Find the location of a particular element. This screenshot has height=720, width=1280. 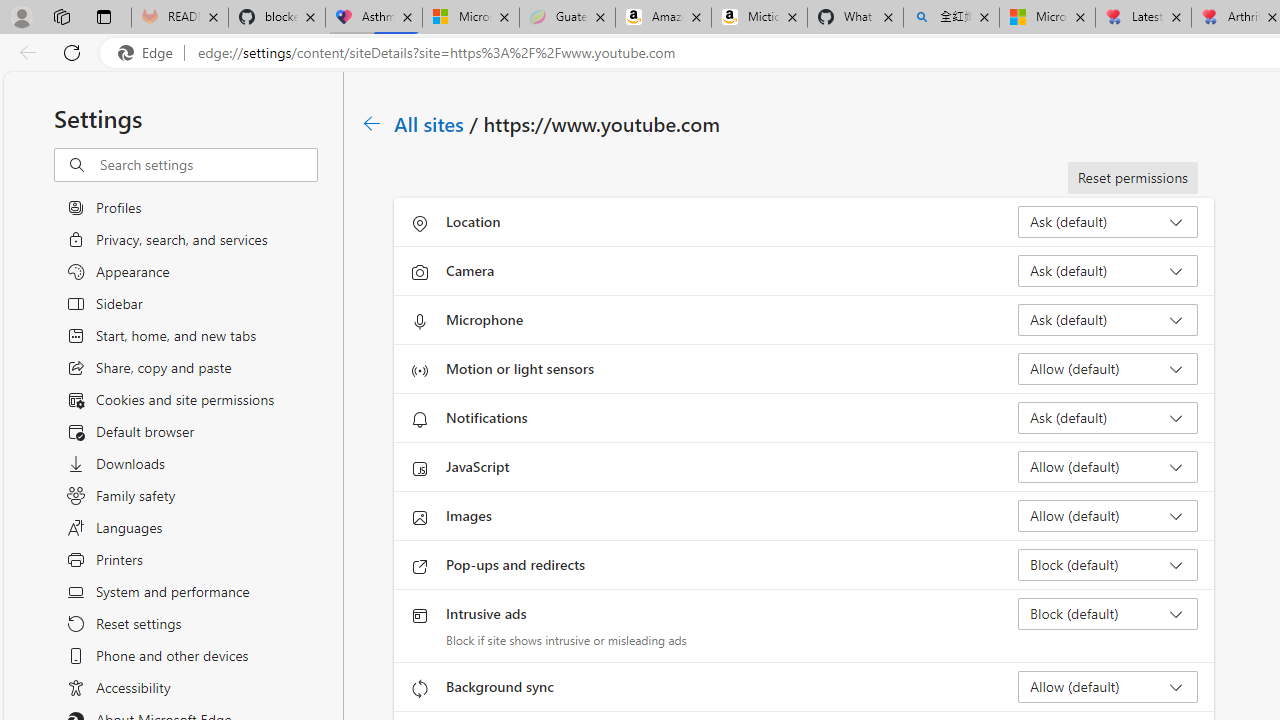

'Background sync Allow (default)' is located at coordinates (1106, 685).